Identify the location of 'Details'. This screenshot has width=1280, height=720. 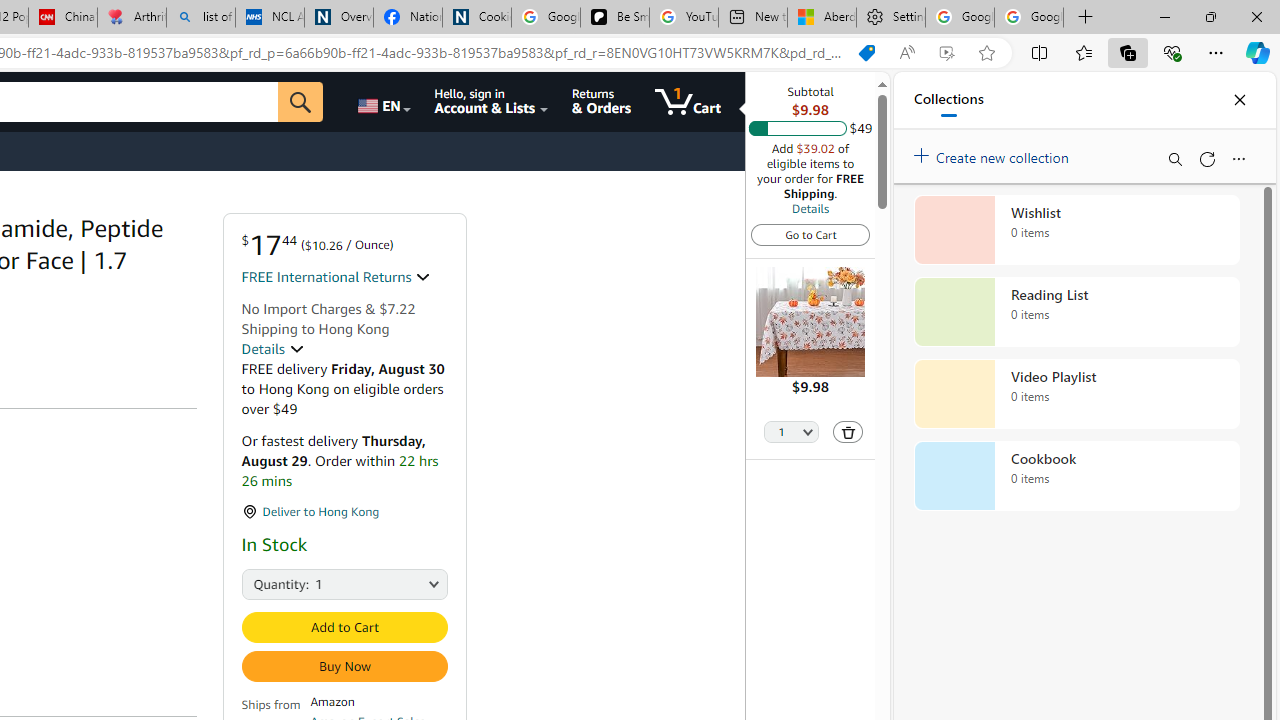
(810, 208).